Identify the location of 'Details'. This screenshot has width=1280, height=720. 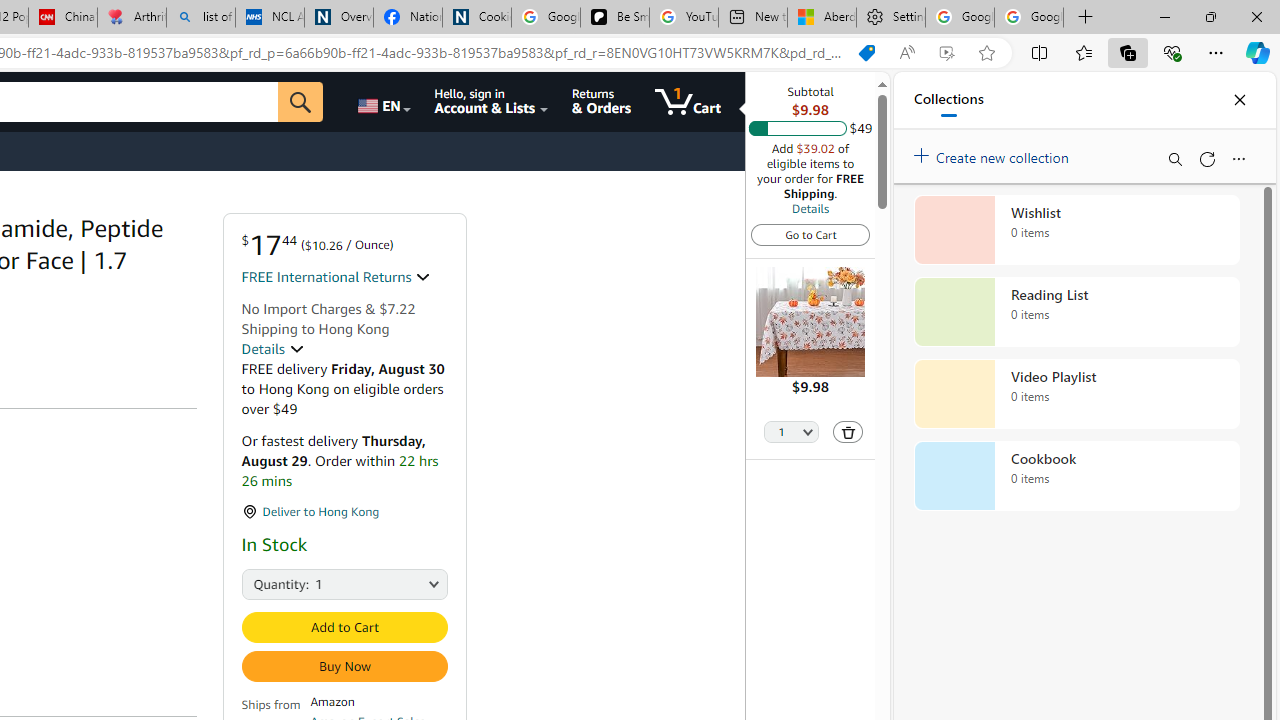
(810, 208).